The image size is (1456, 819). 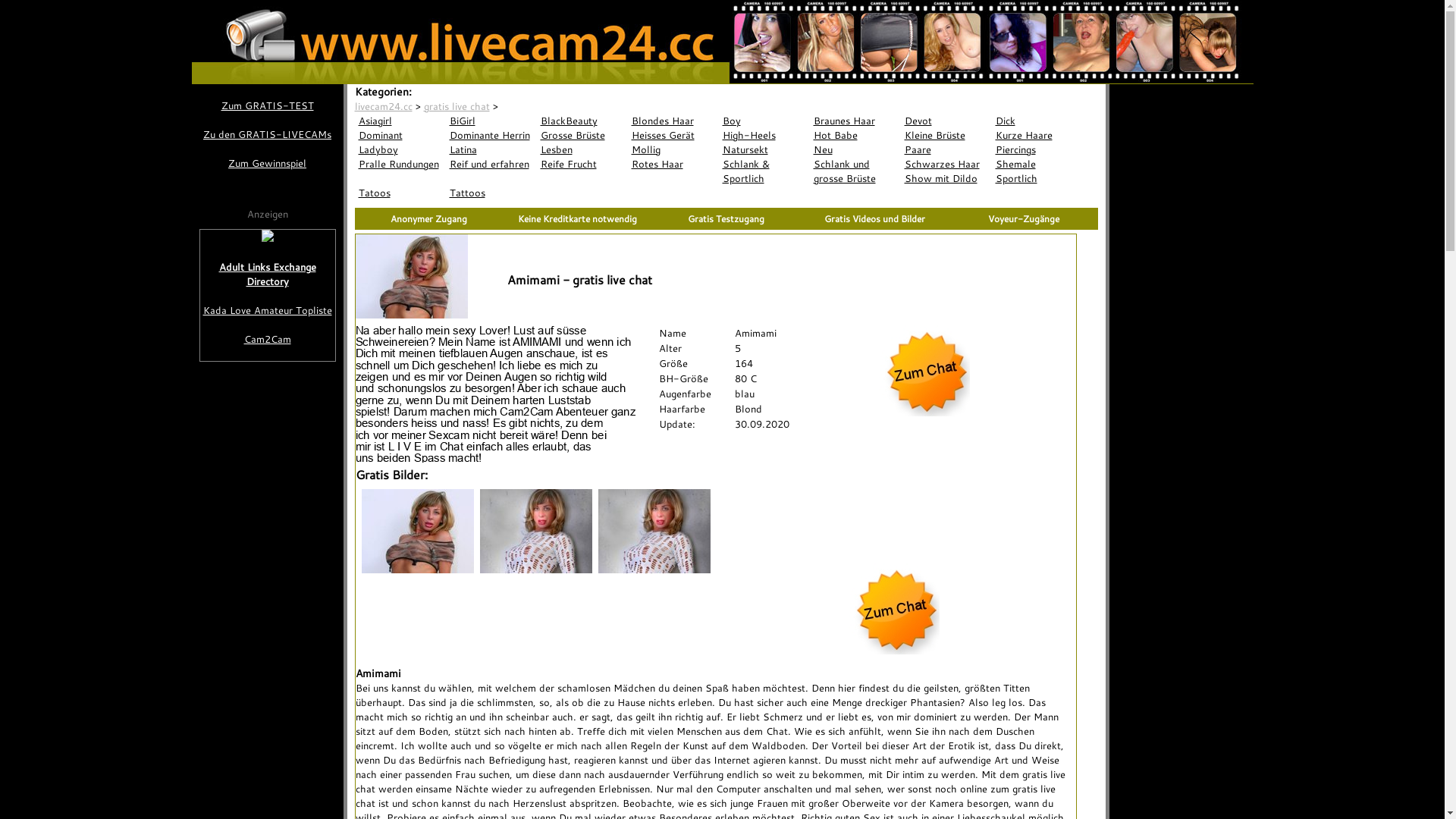 I want to click on 'Lesben', so click(x=582, y=149).